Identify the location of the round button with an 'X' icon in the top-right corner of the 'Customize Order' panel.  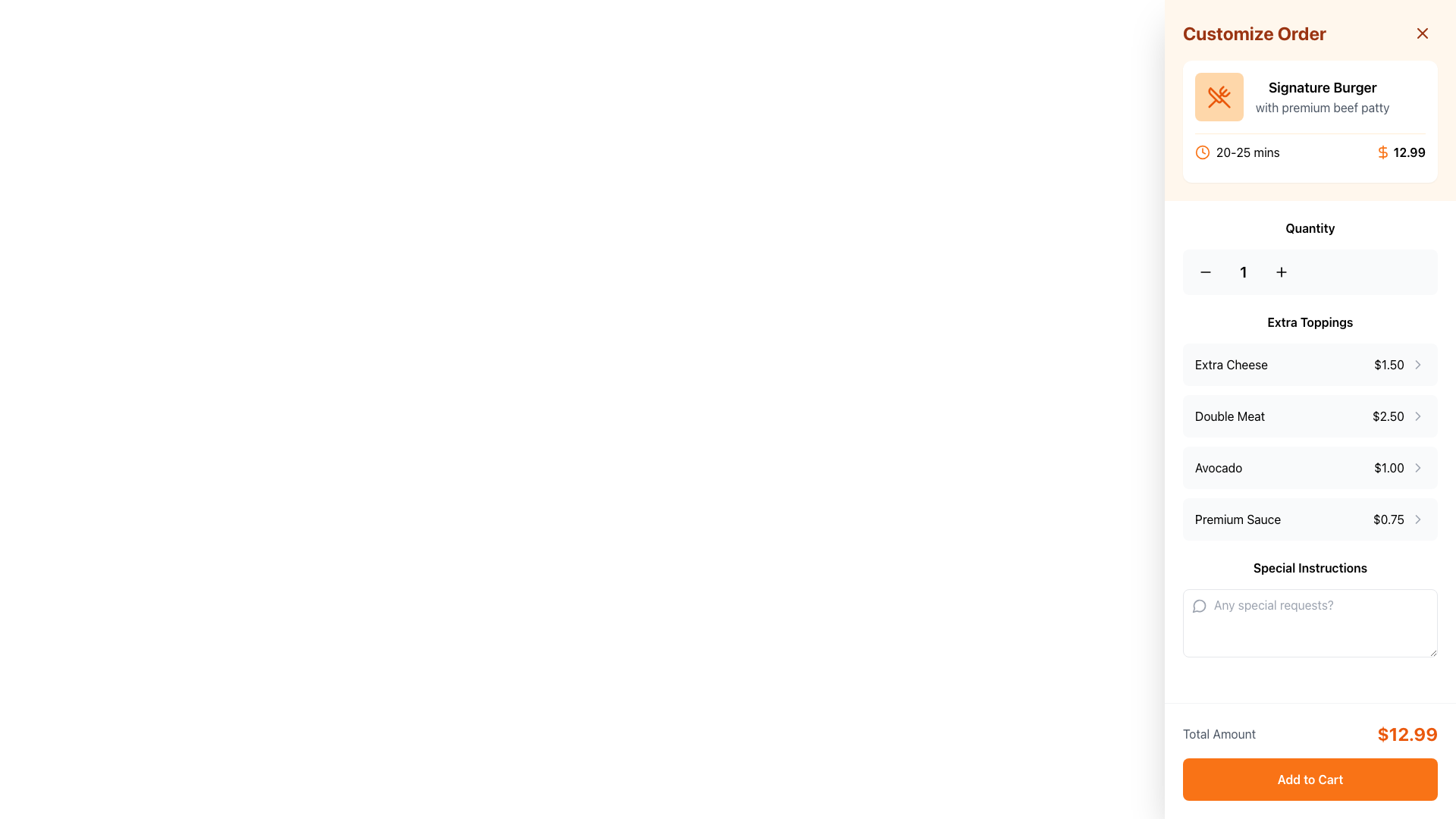
(1422, 33).